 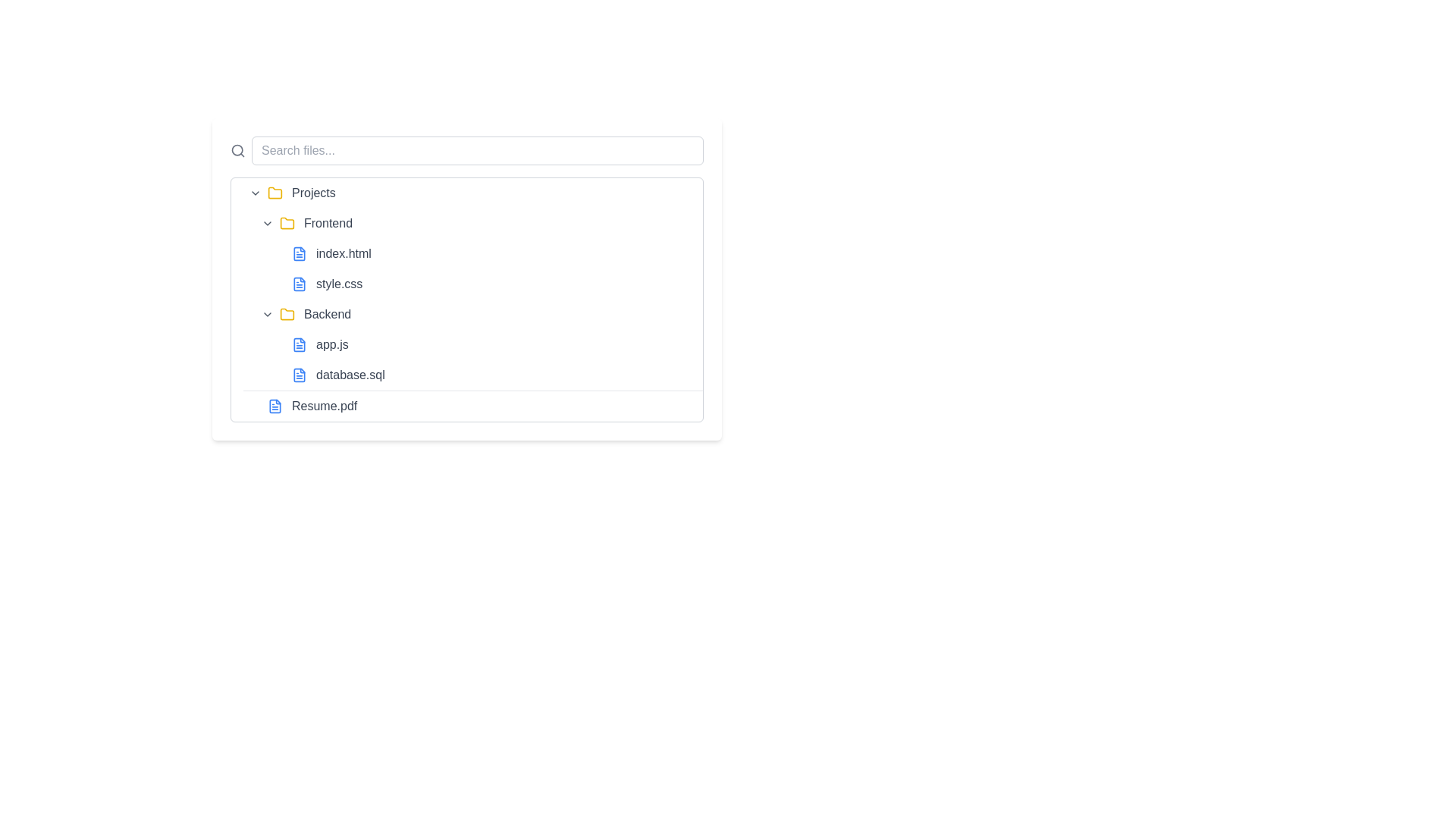 I want to click on the yellow folder-shaped icon located to the left of the 'Frontend' text in the hierarchical file listing structure, so click(x=287, y=223).